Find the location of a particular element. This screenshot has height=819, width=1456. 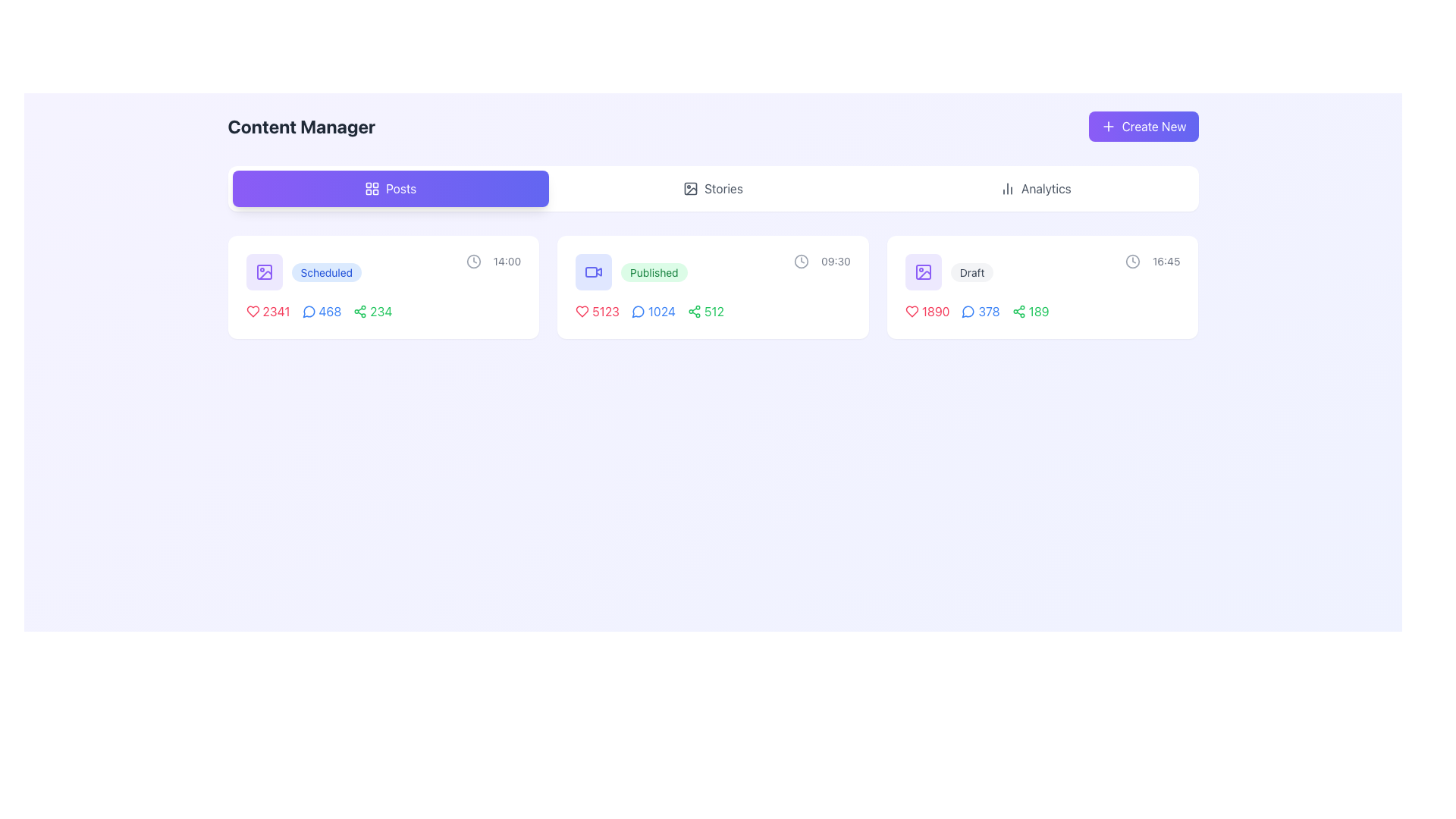

the square icon with a violet background and rounded corners that contains an outlined image icon in purple, located to the left of the 'Scheduled' label is located at coordinates (264, 271).